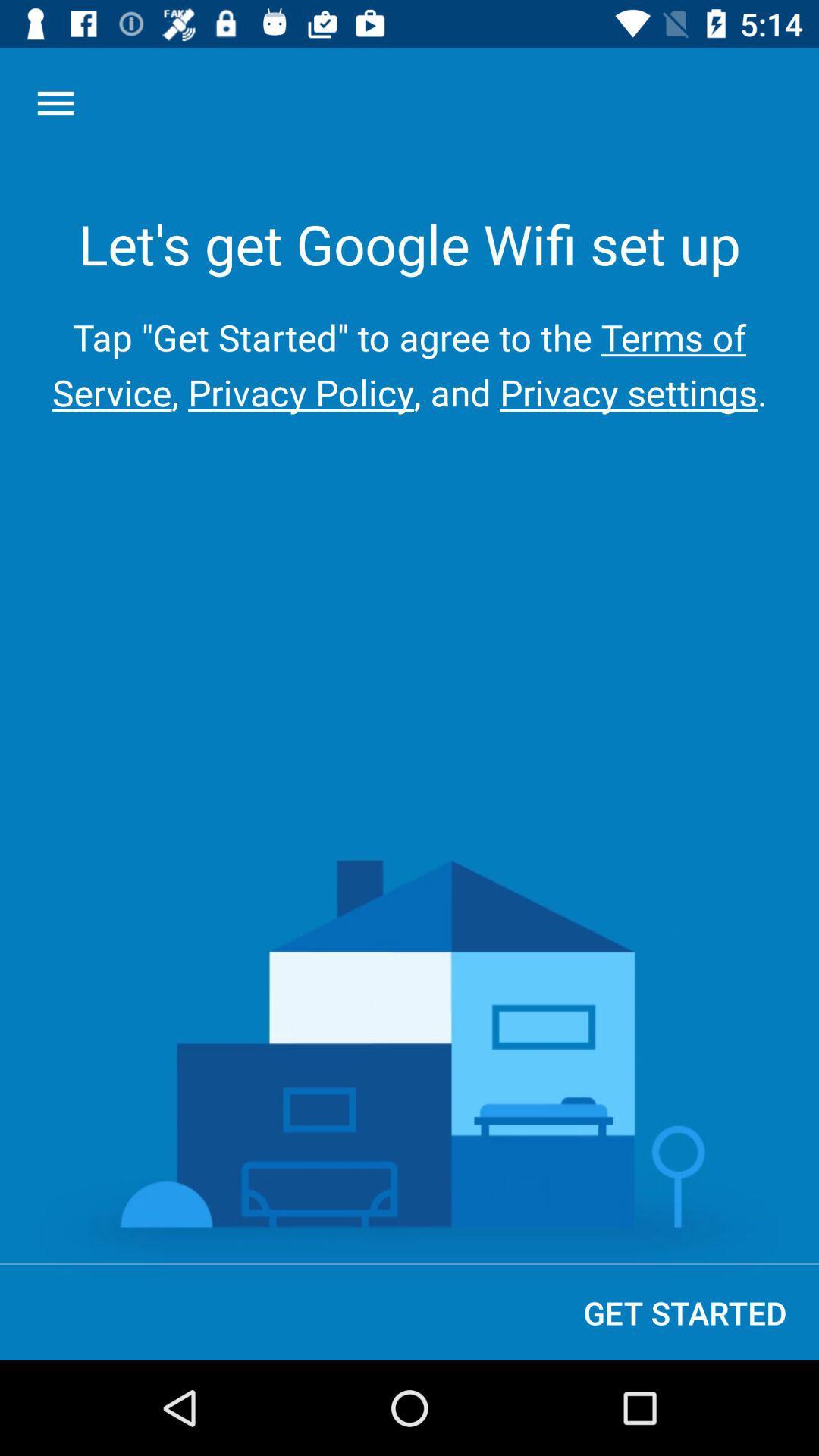 Image resolution: width=819 pixels, height=1456 pixels. Describe the element at coordinates (55, 102) in the screenshot. I see `icon at the top left corner` at that location.